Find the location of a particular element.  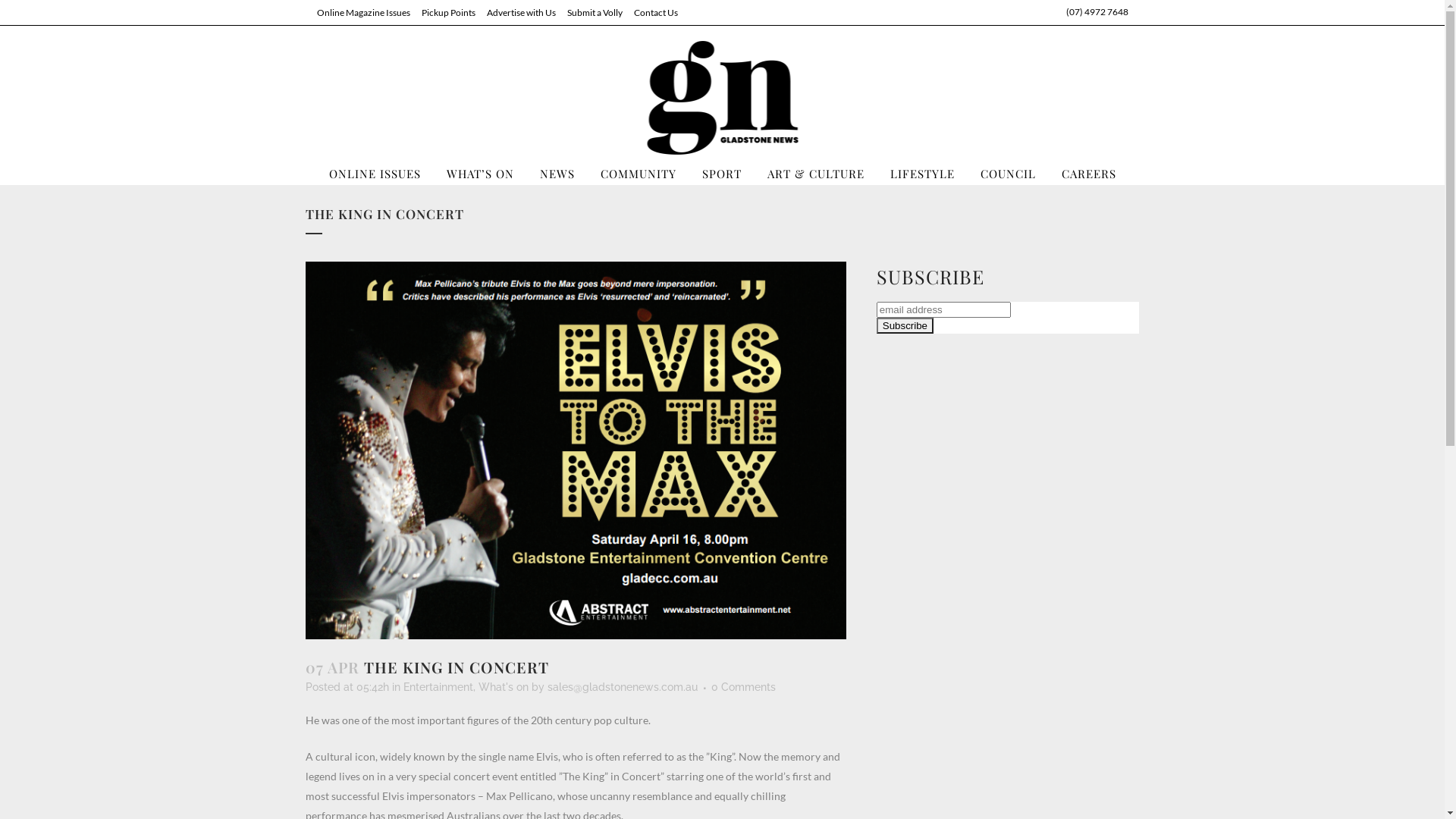

'NEWS' is located at coordinates (556, 172).